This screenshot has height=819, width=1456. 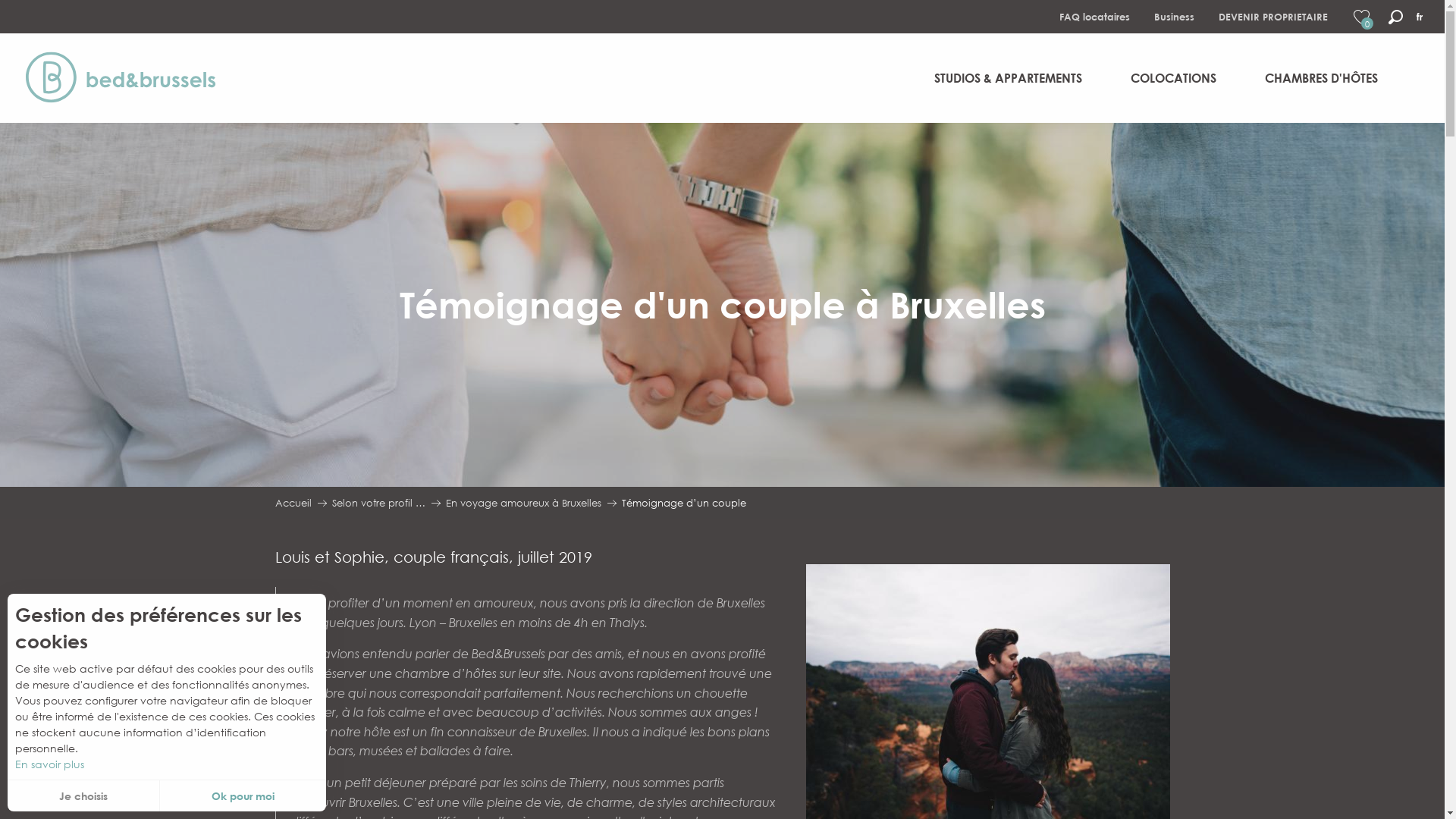 What do you see at coordinates (1273, 17) in the screenshot?
I see `'DEVENIR PROPRIETAIRE'` at bounding box center [1273, 17].